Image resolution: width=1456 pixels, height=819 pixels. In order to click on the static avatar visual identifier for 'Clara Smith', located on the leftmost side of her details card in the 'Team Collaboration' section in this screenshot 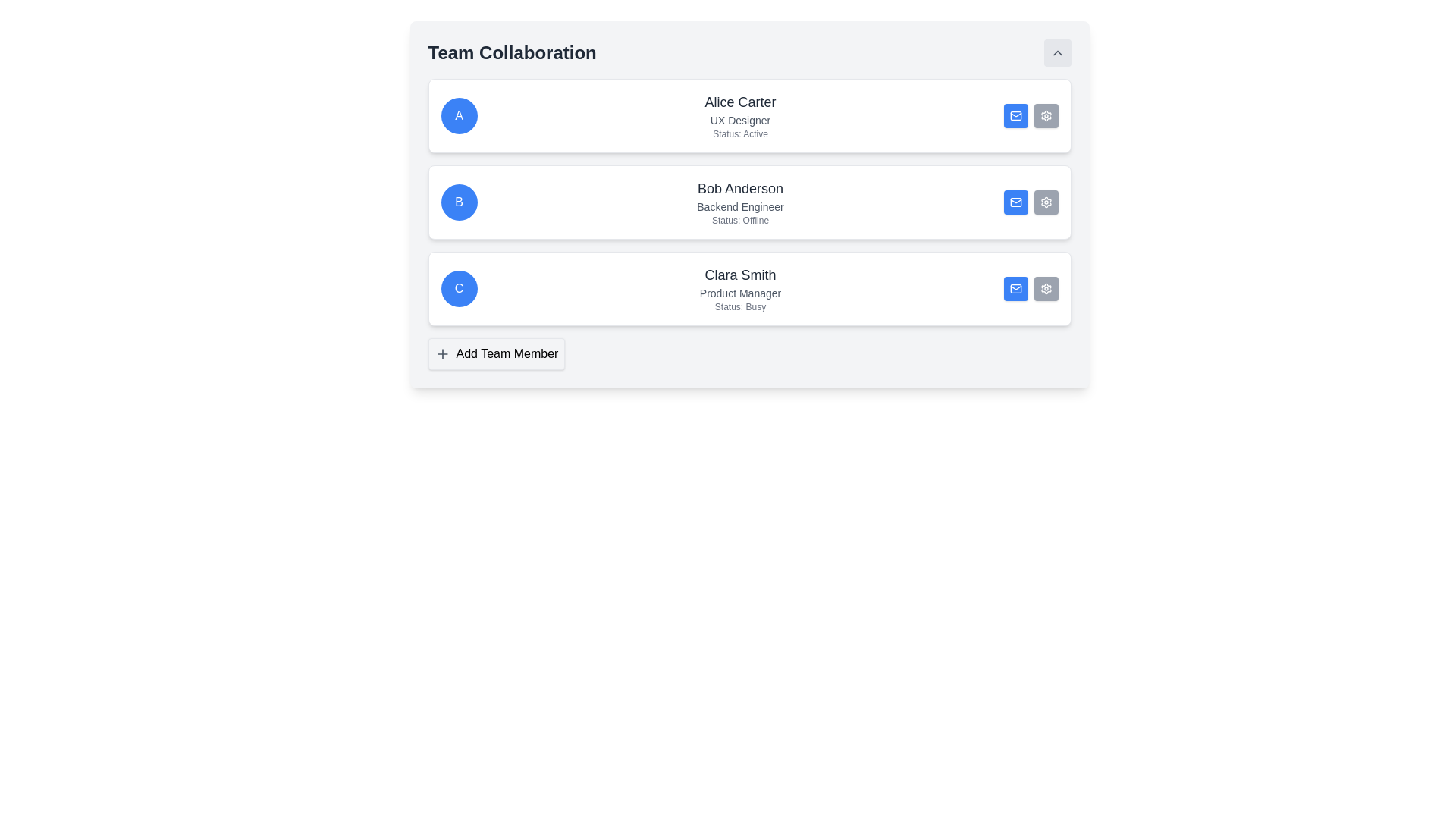, I will do `click(458, 289)`.